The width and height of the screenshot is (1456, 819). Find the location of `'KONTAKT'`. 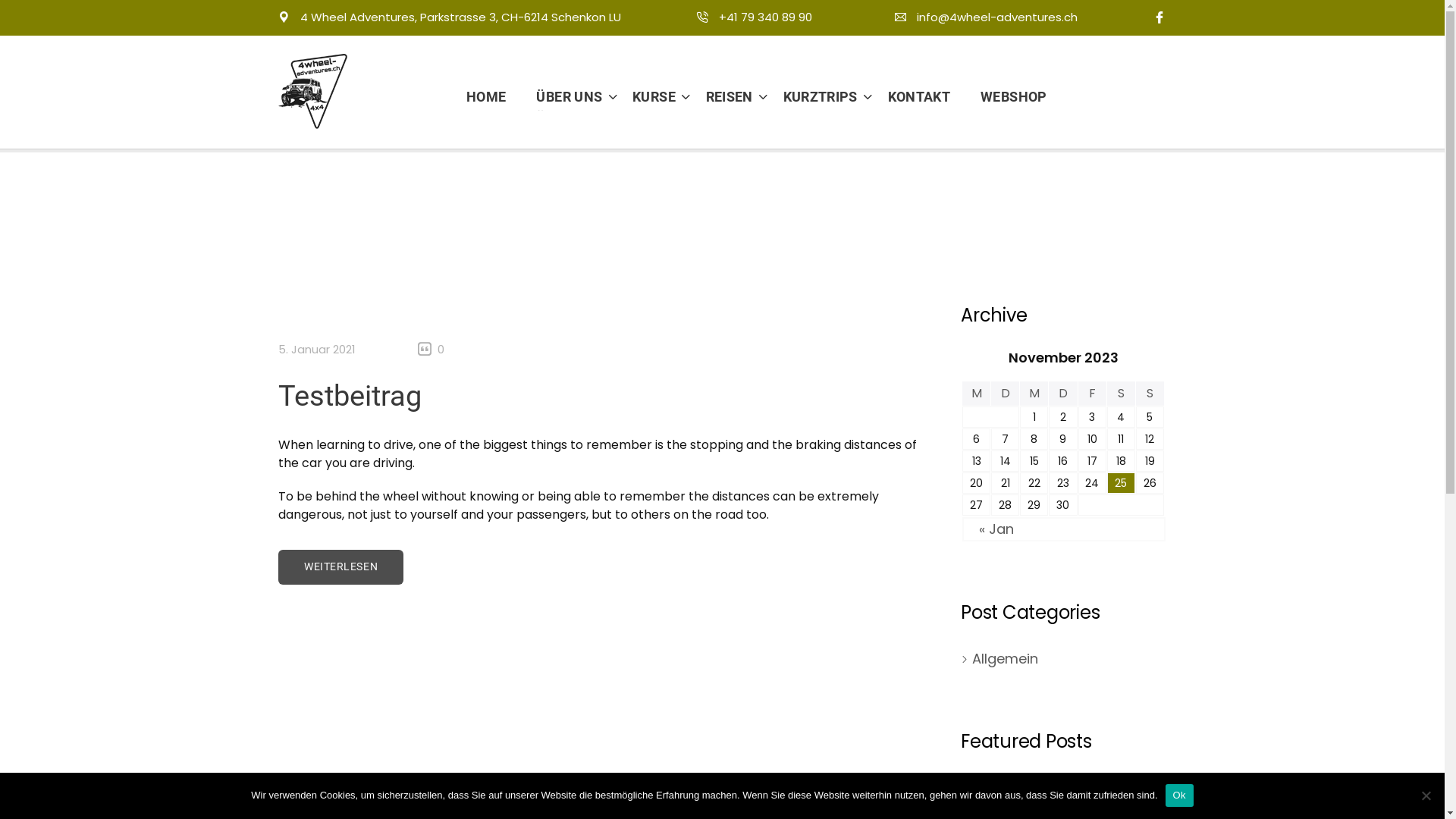

'KONTAKT' is located at coordinates (918, 96).